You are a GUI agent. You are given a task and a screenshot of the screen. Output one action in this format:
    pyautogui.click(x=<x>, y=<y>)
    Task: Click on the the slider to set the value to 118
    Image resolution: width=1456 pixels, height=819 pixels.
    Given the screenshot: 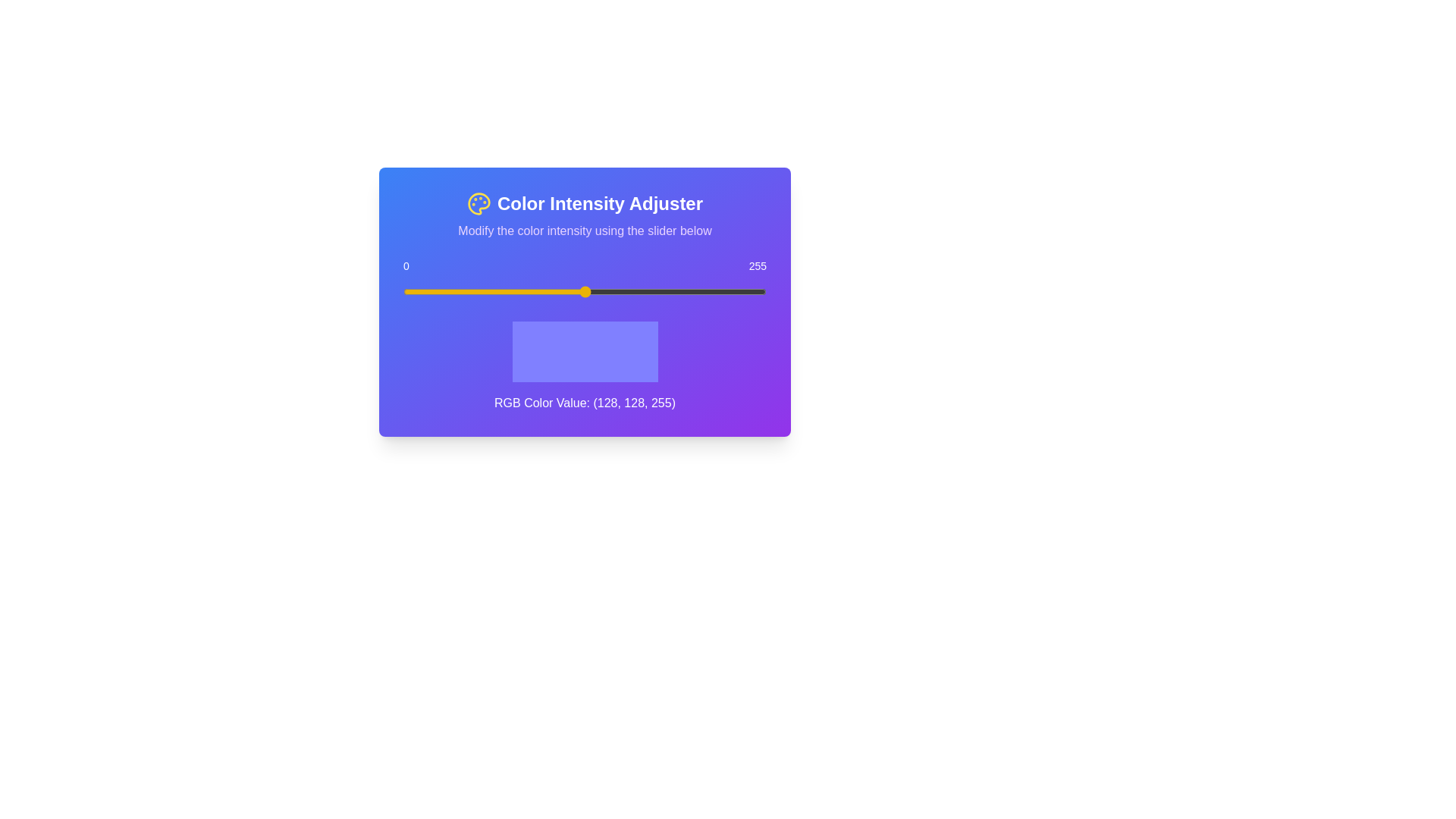 What is the action you would take?
    pyautogui.click(x=570, y=292)
    